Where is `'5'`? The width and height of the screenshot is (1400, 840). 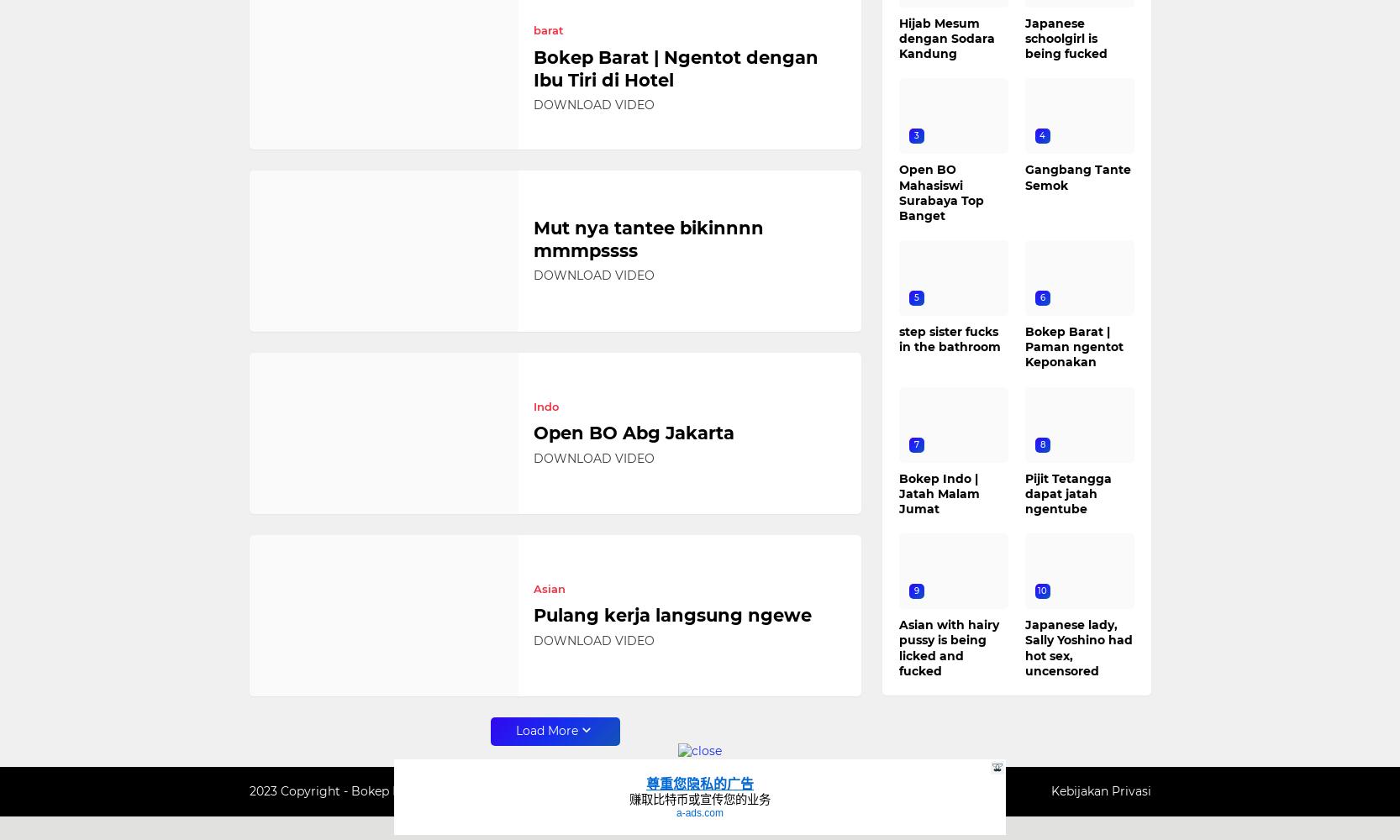 '5' is located at coordinates (916, 297).